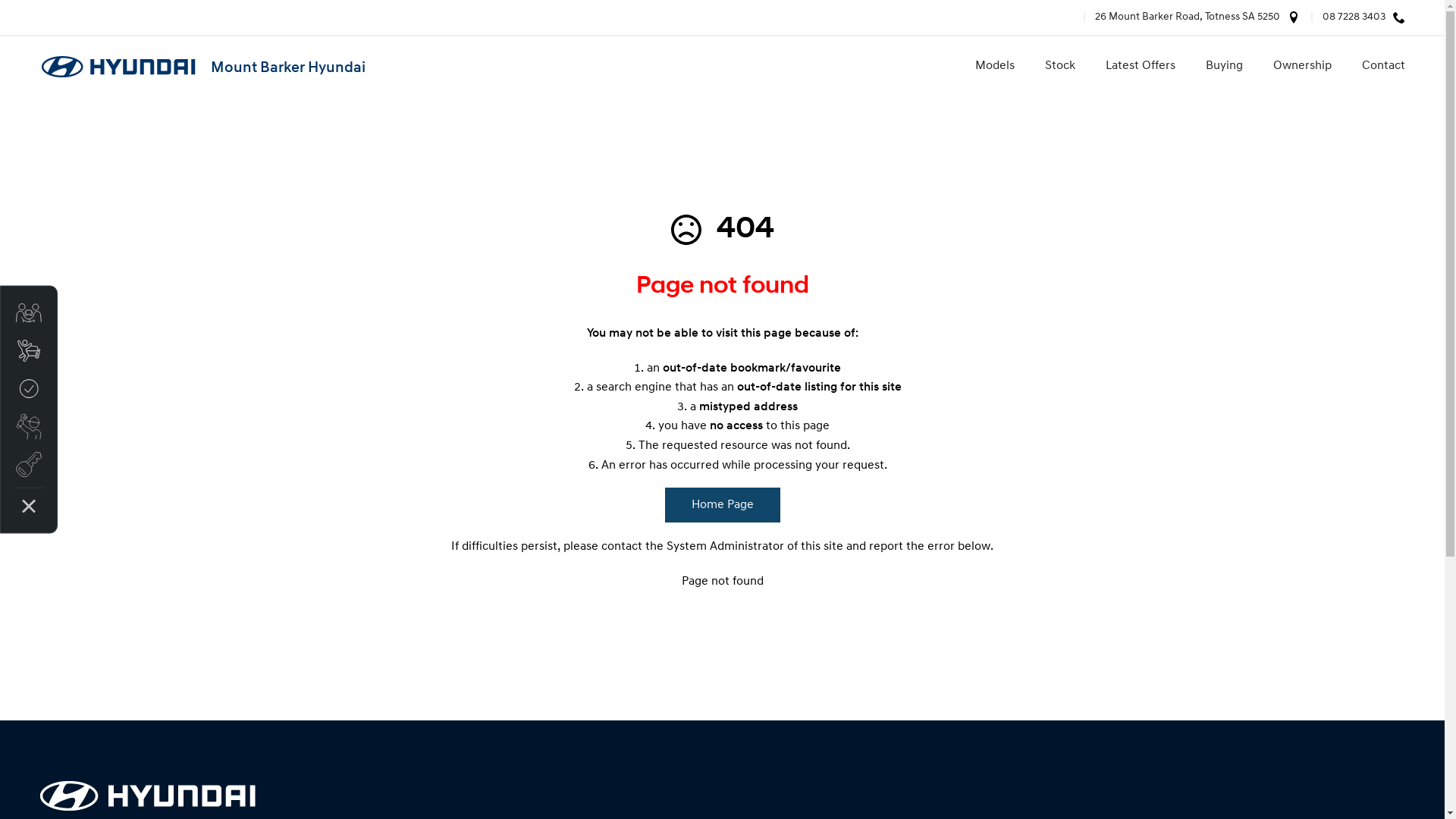 This screenshot has height=819, width=1456. I want to click on '08 7228 3403', so click(1347, 17).